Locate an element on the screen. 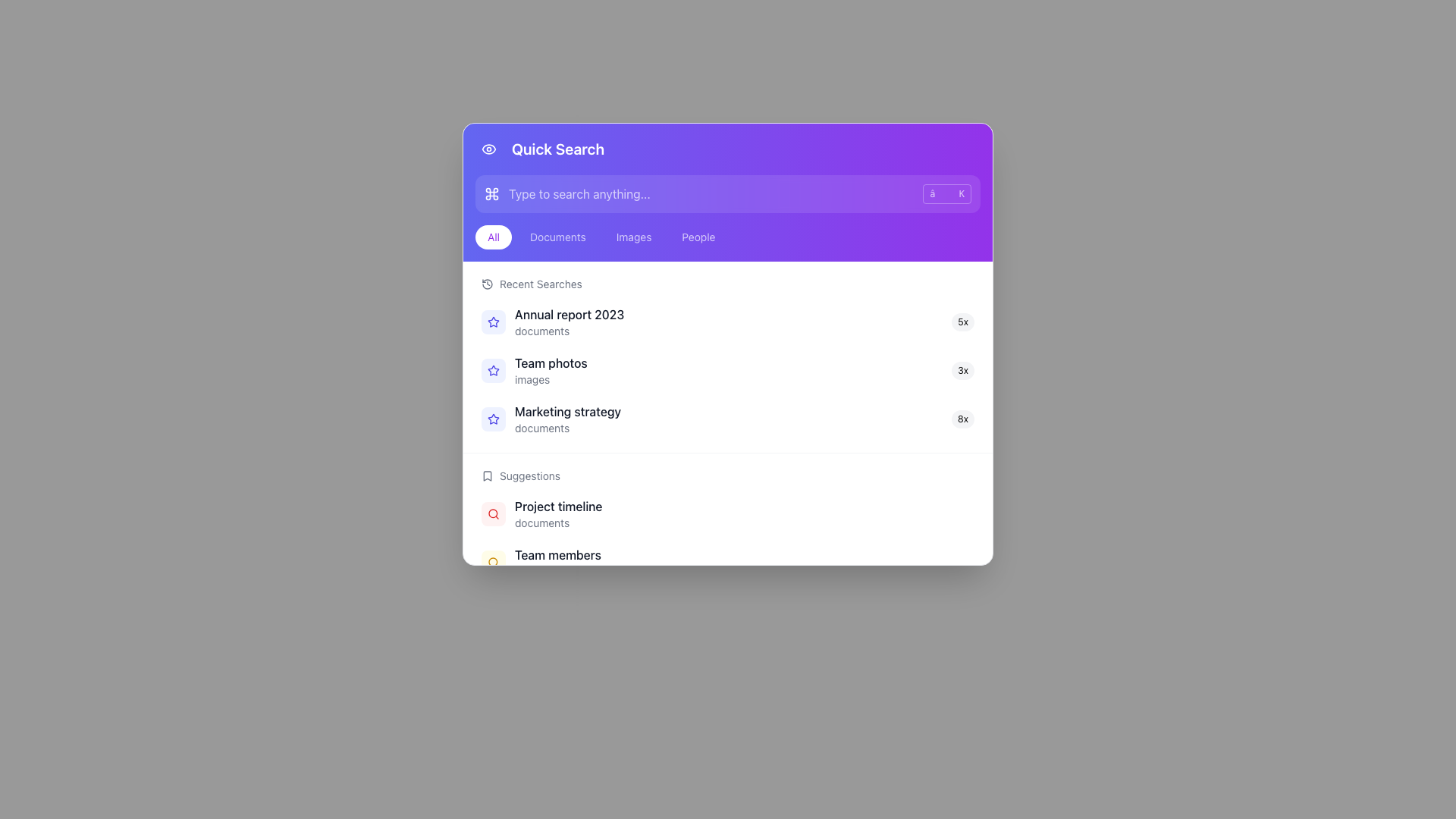 The width and height of the screenshot is (1456, 819). the 'Documents' button, which is the second button in a group of four at the top center of the interface is located at coordinates (557, 237).